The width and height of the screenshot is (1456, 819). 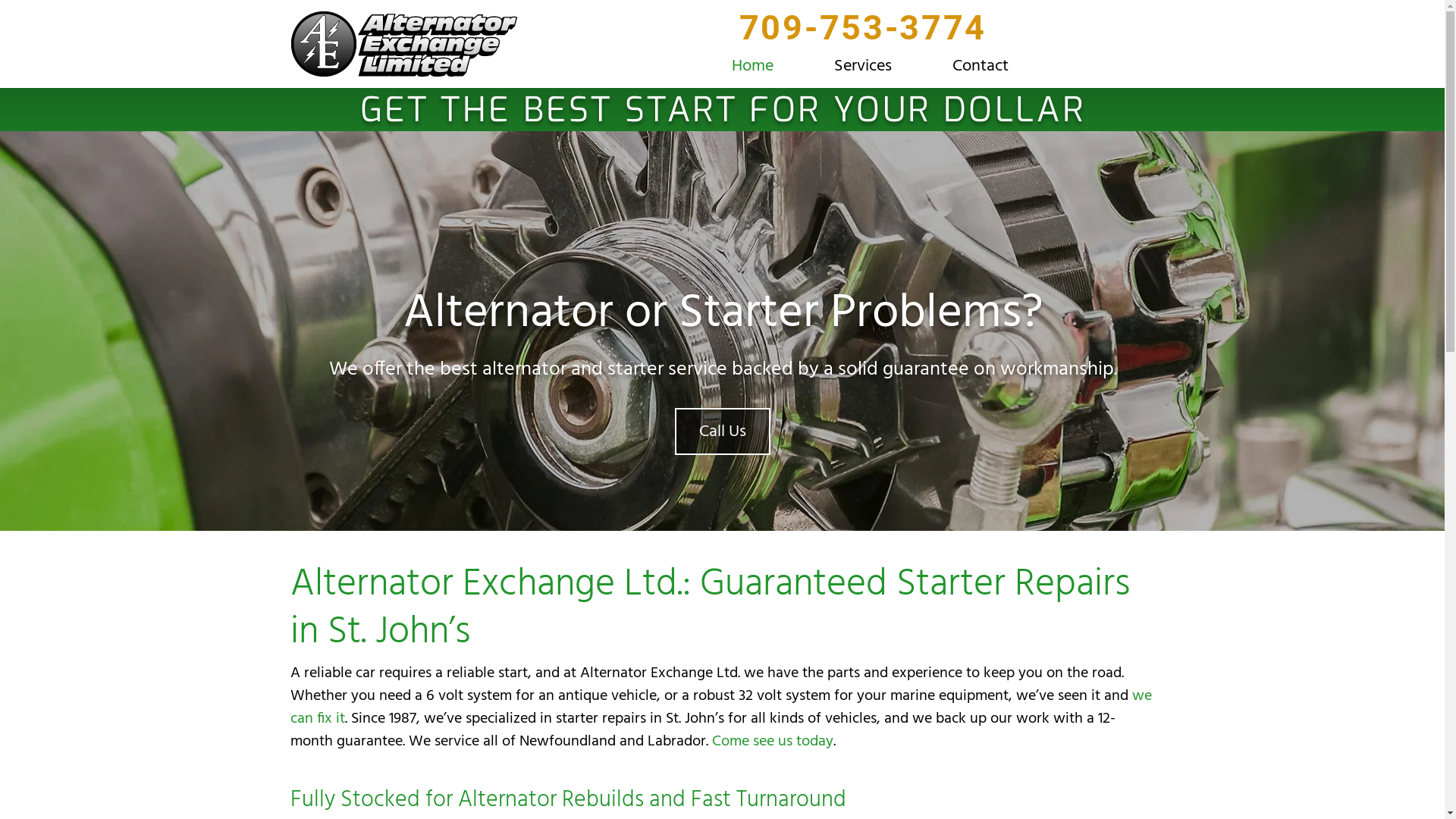 What do you see at coordinates (720, 705) in the screenshot?
I see `'we can fix it'` at bounding box center [720, 705].